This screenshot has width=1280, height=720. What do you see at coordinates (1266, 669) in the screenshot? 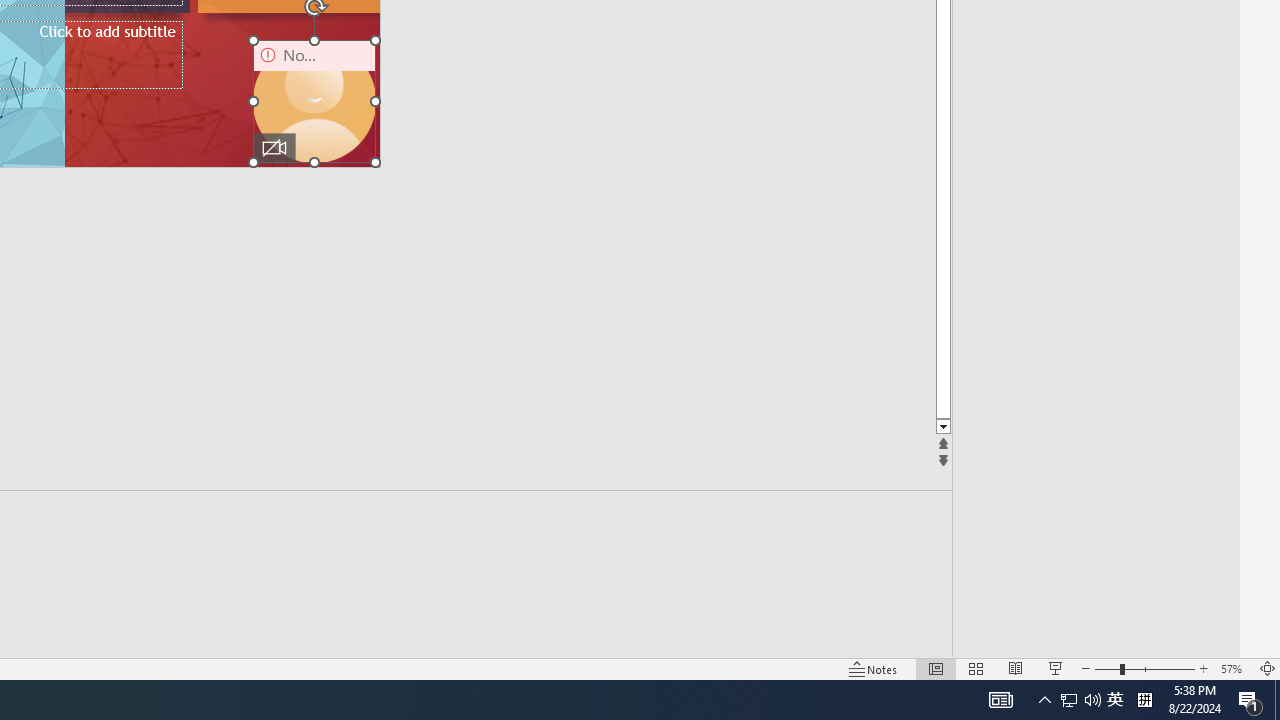
I see `'Zoom to Fit '` at bounding box center [1266, 669].